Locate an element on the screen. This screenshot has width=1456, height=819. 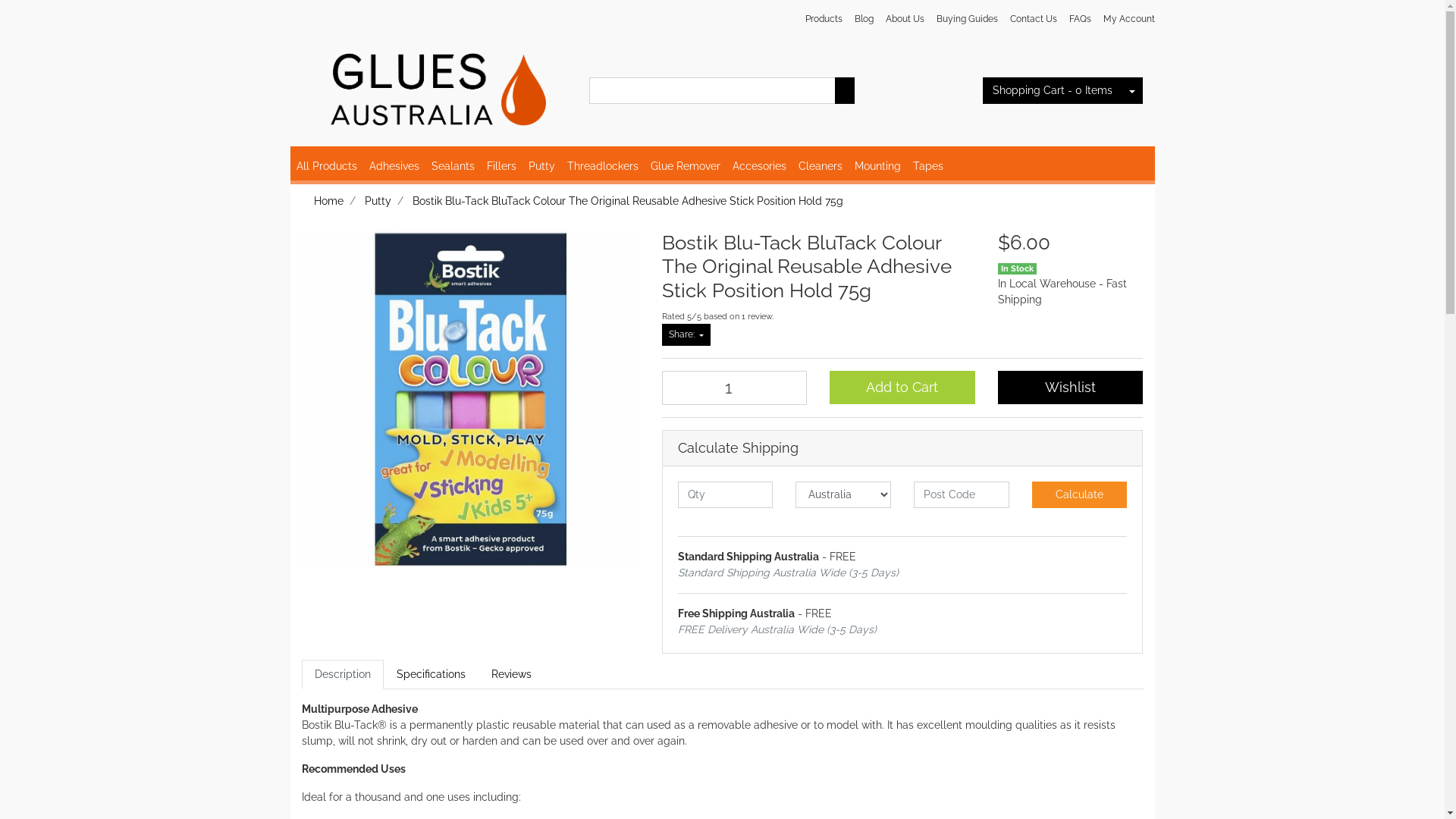
'About Us' is located at coordinates (905, 18).